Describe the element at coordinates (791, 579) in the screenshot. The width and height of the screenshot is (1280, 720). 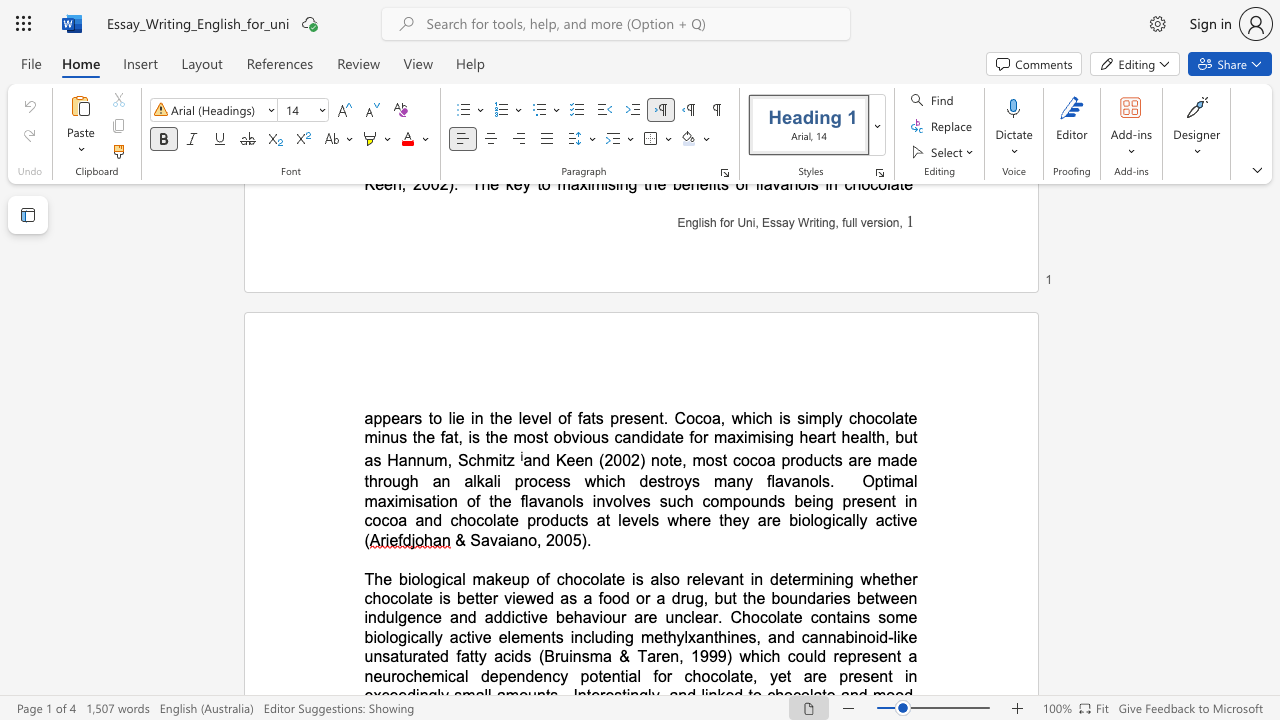
I see `the subset text "ermin" within the text "determining"` at that location.